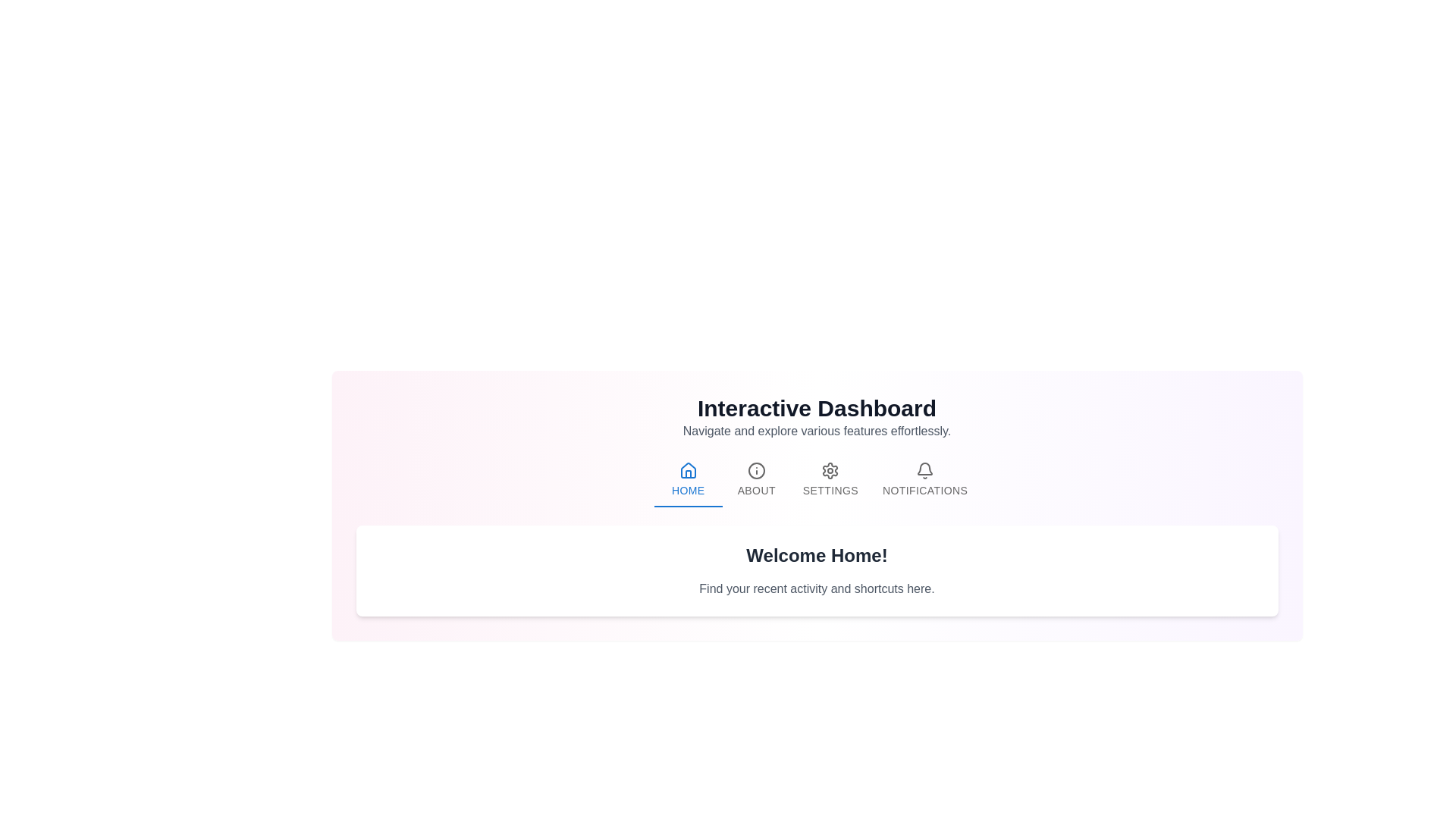 This screenshot has width=1456, height=819. What do you see at coordinates (924, 479) in the screenshot?
I see `the fourth navigation tab located to the right of the 'Settings' tab` at bounding box center [924, 479].